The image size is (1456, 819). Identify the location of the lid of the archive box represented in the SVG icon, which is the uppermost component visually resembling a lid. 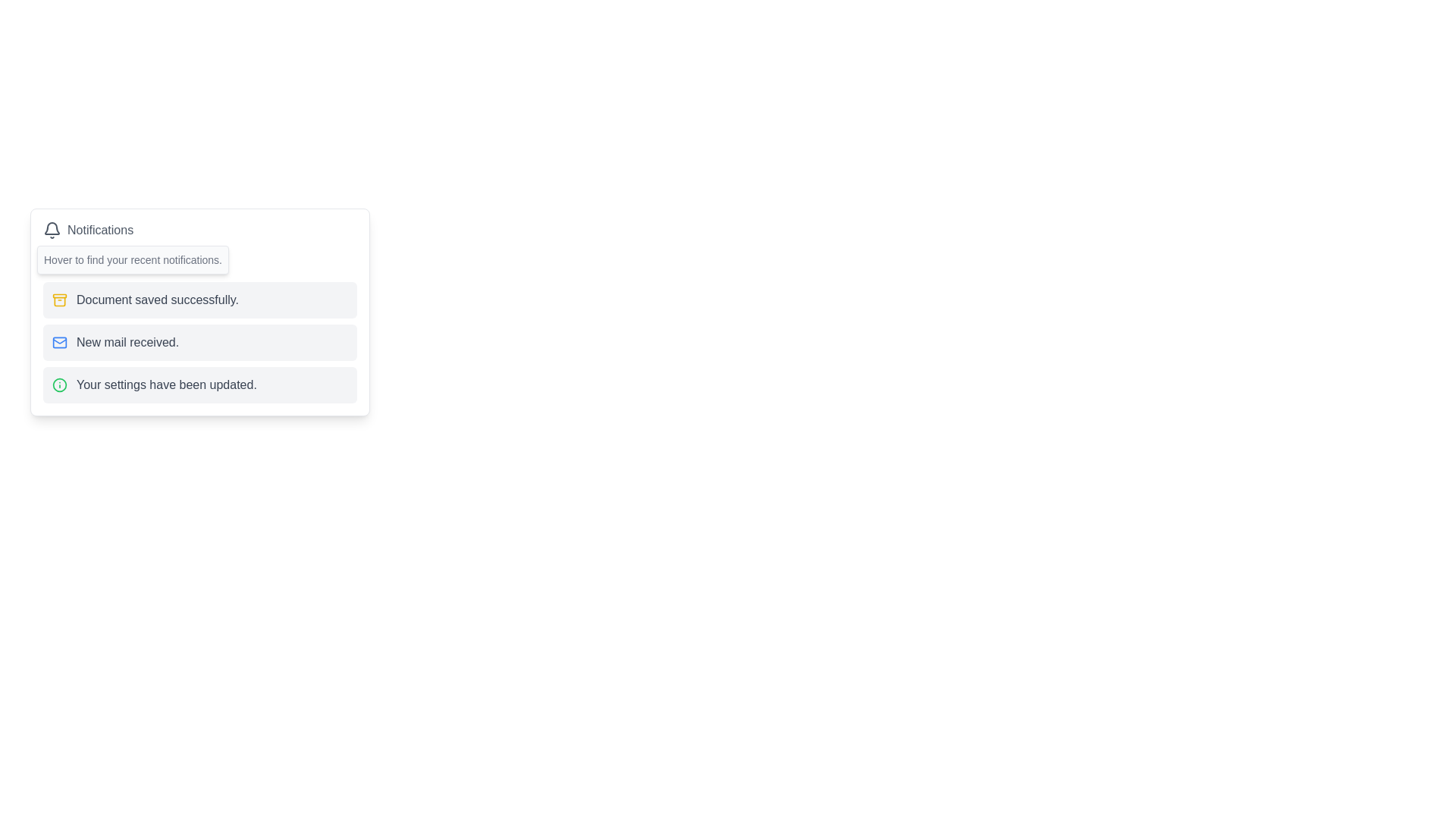
(59, 295).